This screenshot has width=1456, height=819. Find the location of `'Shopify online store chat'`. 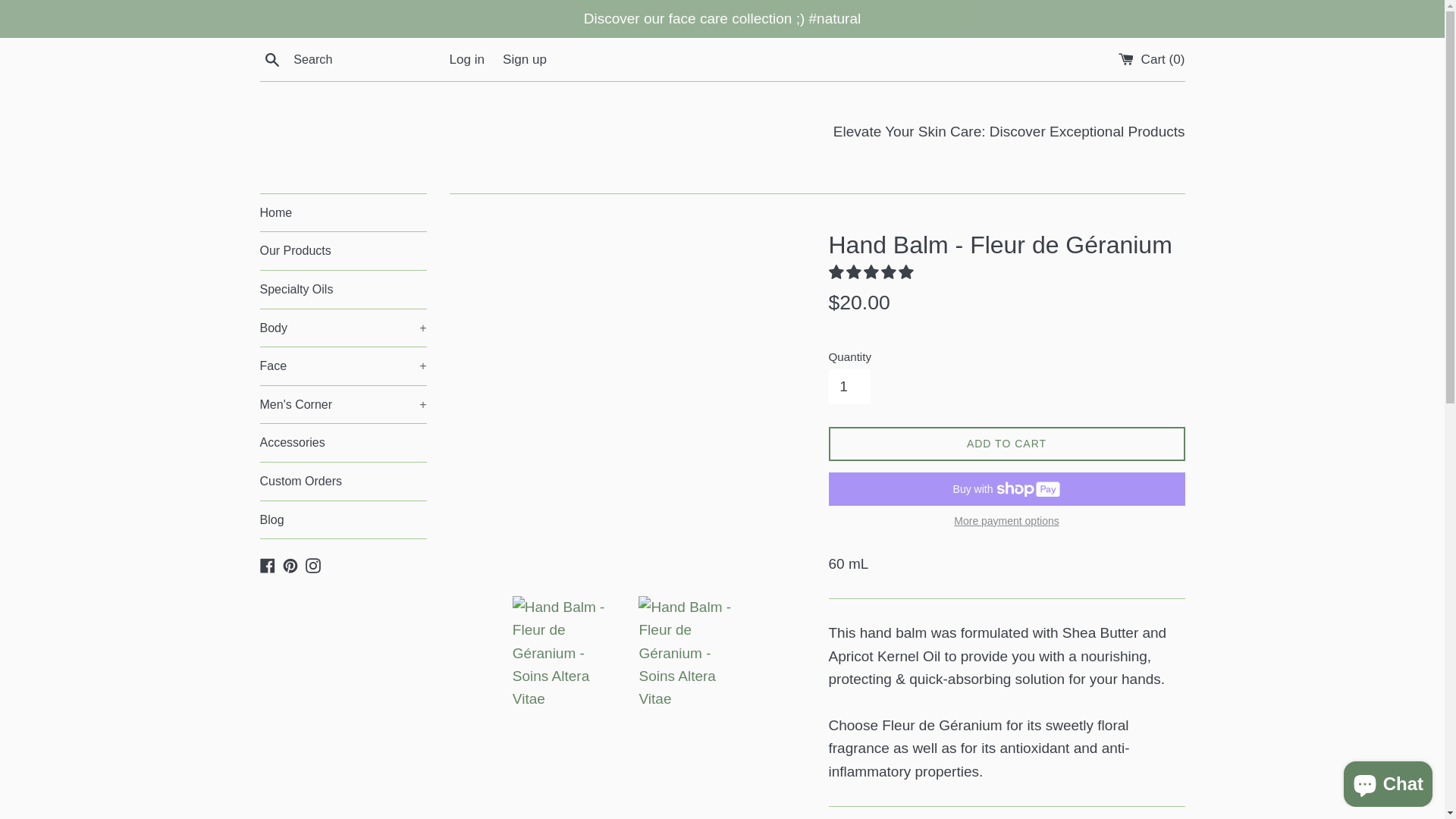

'Shopify online store chat' is located at coordinates (1388, 780).